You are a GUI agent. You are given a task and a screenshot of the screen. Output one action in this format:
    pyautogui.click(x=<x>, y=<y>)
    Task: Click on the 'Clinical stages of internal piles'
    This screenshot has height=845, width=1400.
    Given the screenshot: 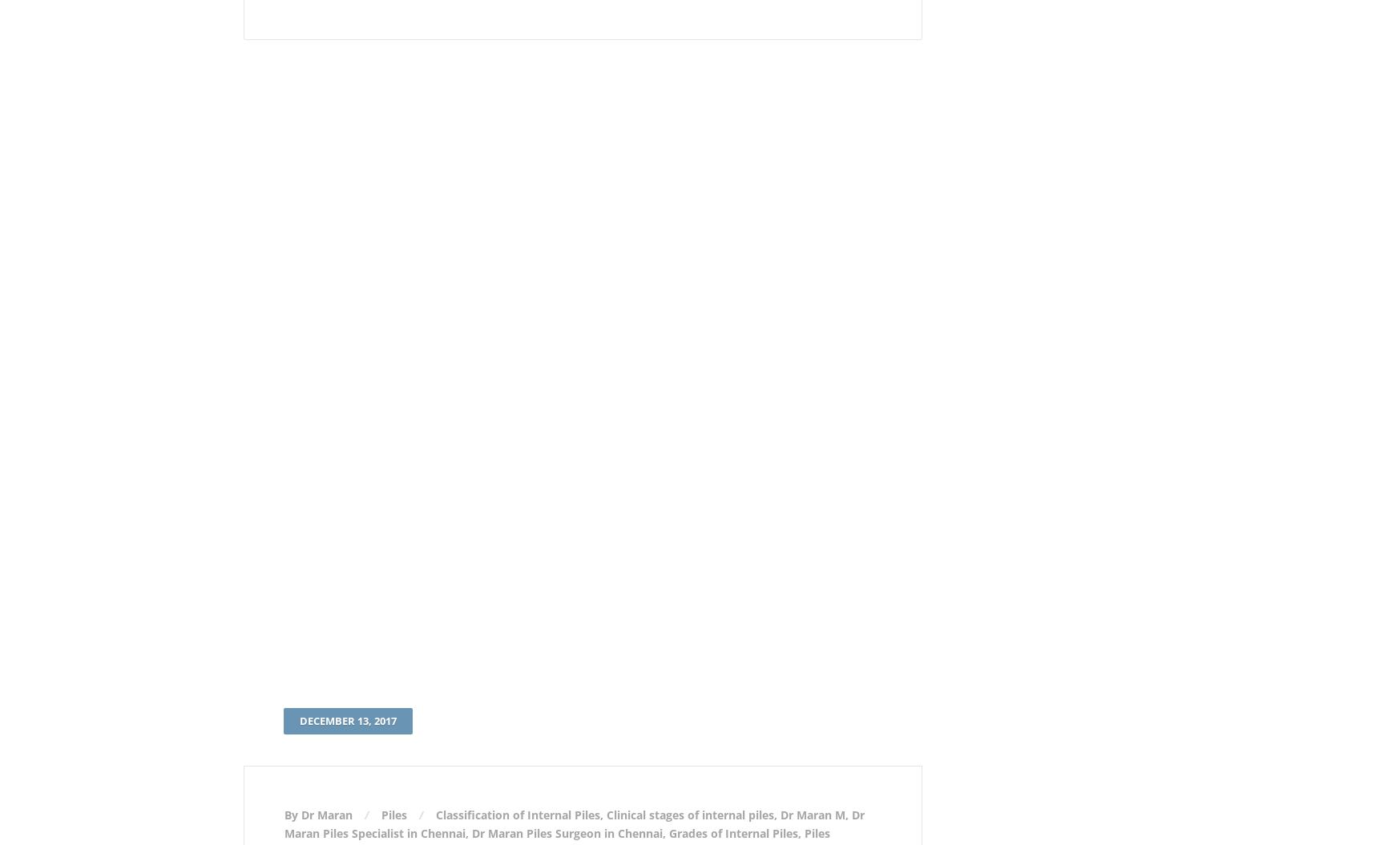 What is the action you would take?
    pyautogui.click(x=688, y=814)
    